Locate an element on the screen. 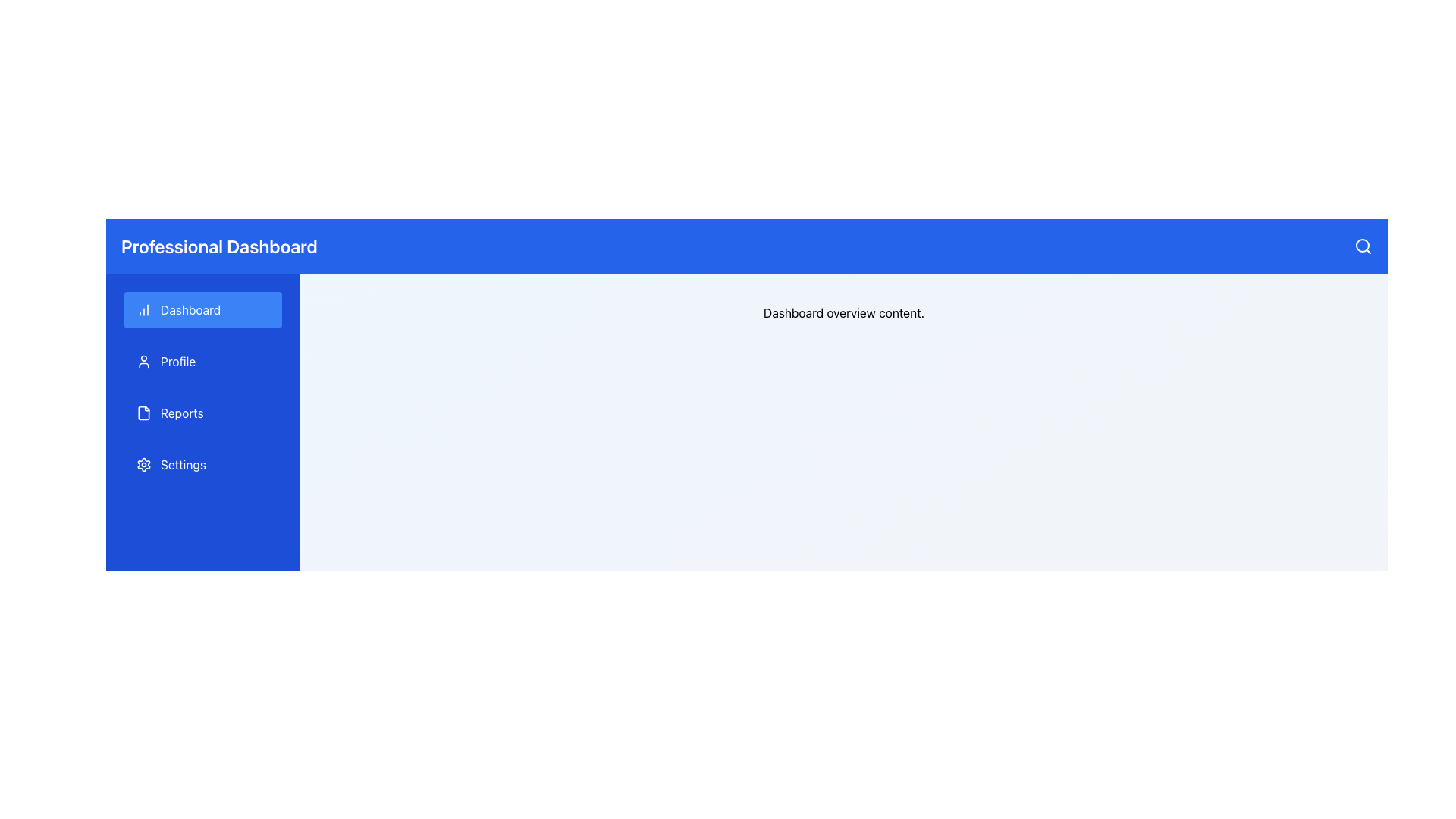  the title text element located on the left side of the blue header bar, which indicates the purpose of the page is located at coordinates (218, 245).